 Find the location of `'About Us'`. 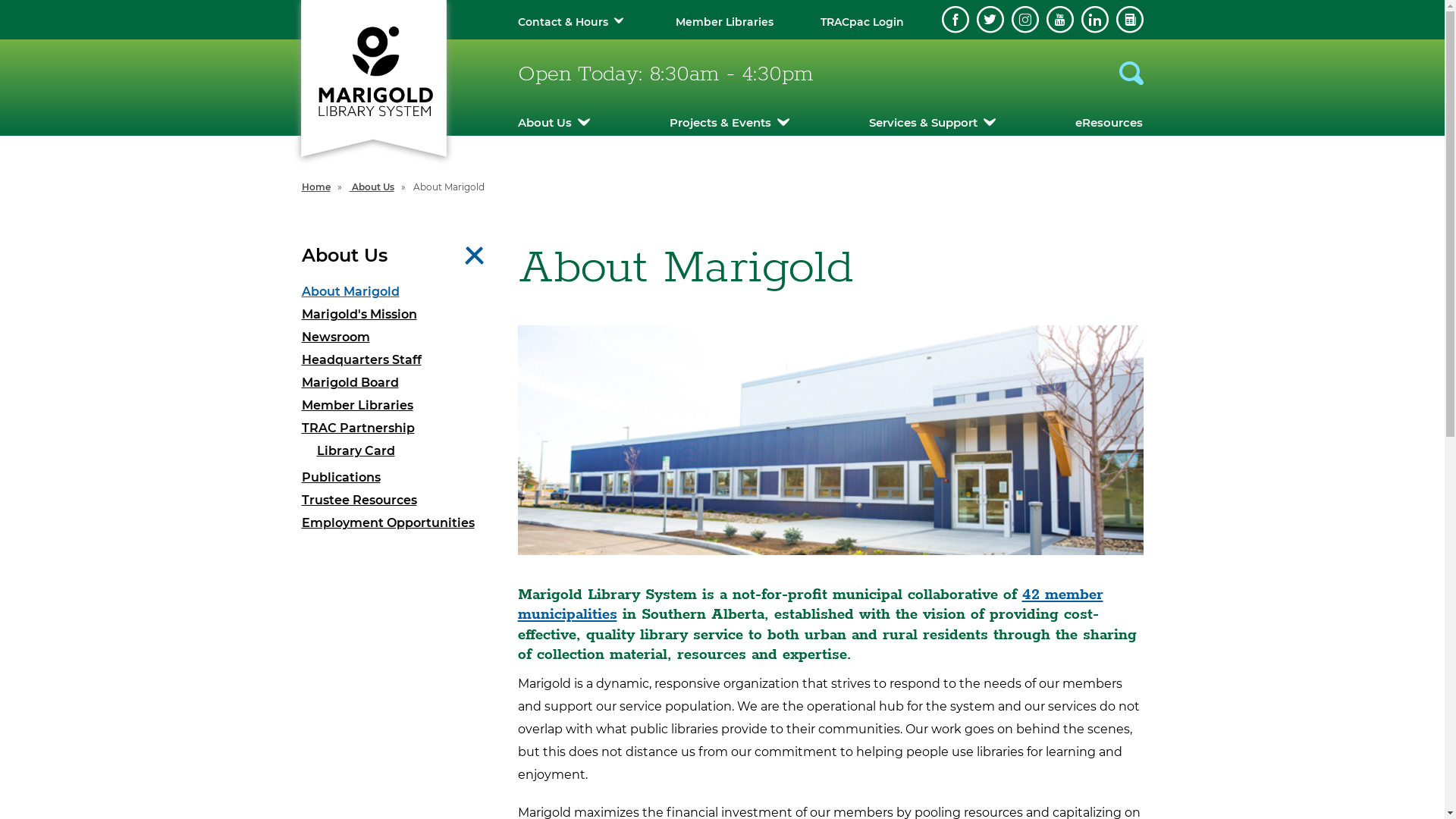

'About Us' is located at coordinates (516, 121).